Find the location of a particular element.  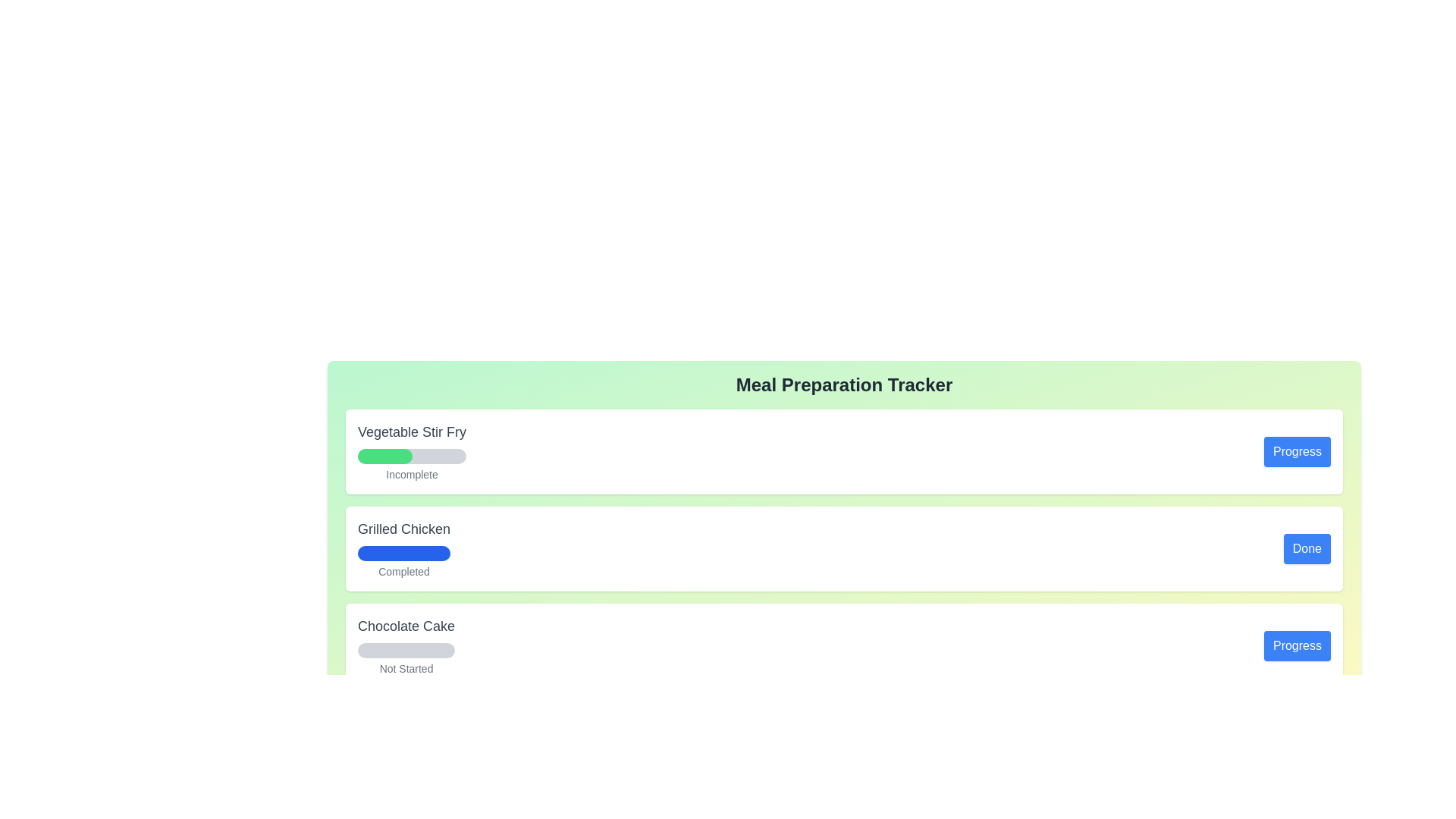

text labels of the Composite component displaying 'Grilled Chicken' and 'Completed' is located at coordinates (403, 549).